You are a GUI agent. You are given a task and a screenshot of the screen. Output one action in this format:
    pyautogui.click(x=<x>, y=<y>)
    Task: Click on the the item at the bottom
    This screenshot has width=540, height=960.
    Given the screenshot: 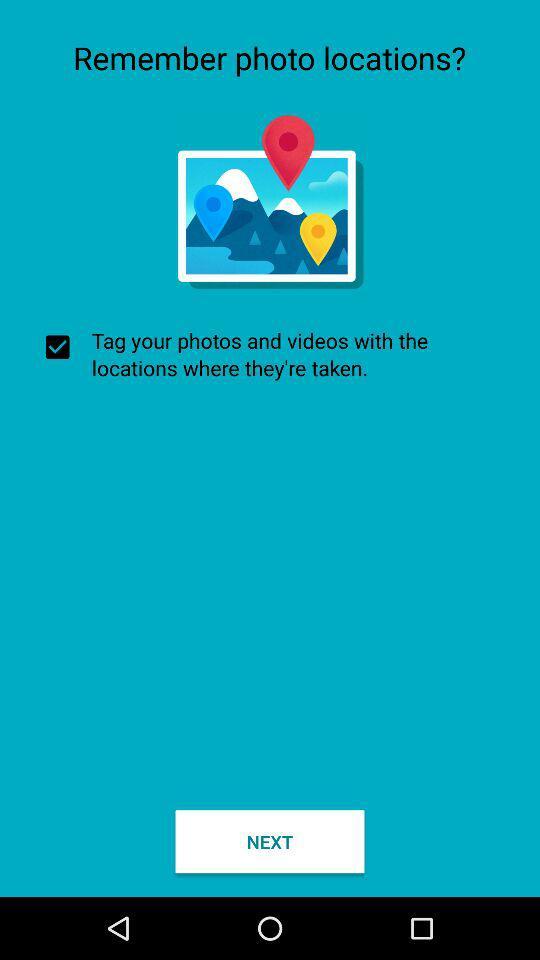 What is the action you would take?
    pyautogui.click(x=270, y=840)
    